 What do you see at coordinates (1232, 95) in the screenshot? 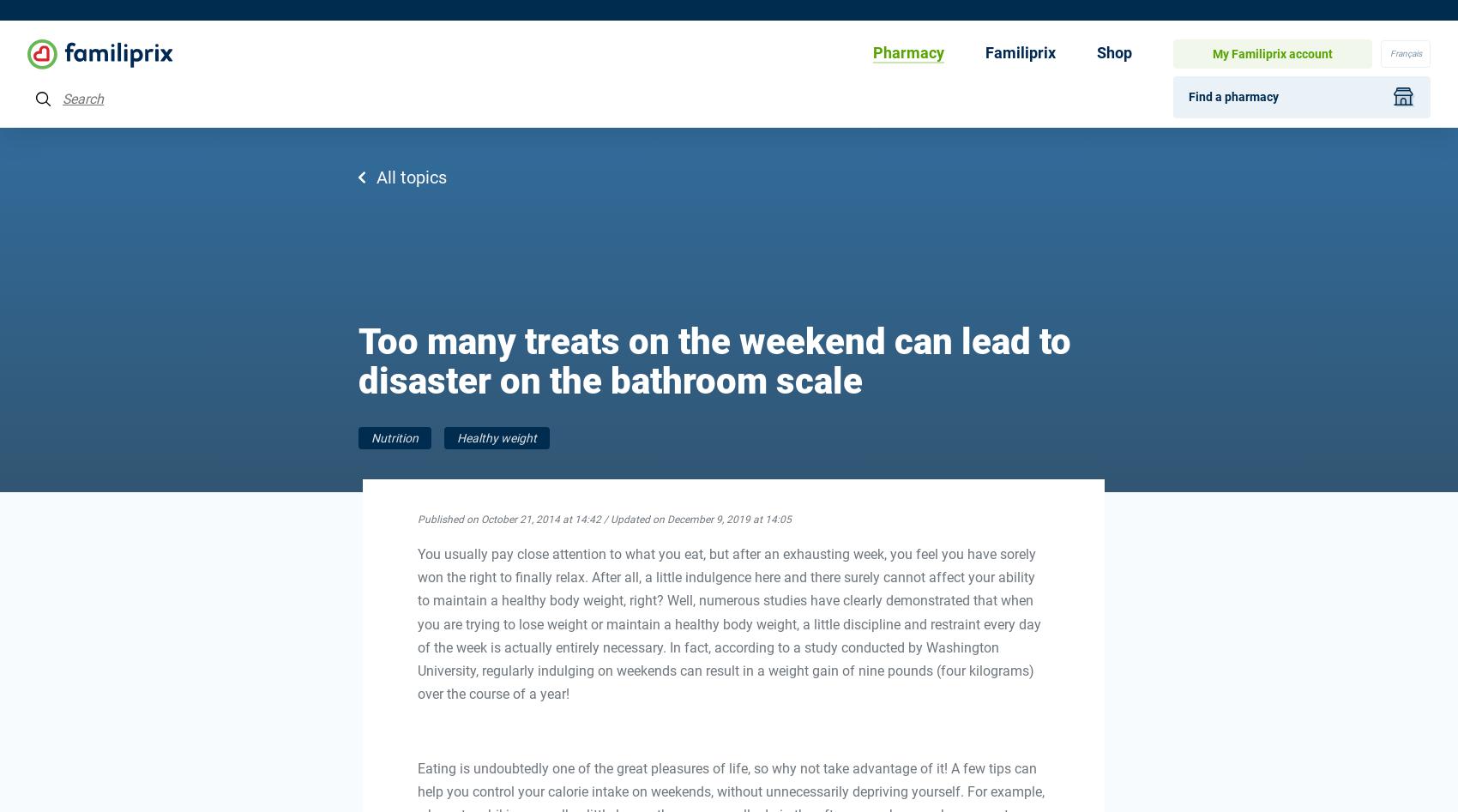
I see `'Find a pharmacy'` at bounding box center [1232, 95].